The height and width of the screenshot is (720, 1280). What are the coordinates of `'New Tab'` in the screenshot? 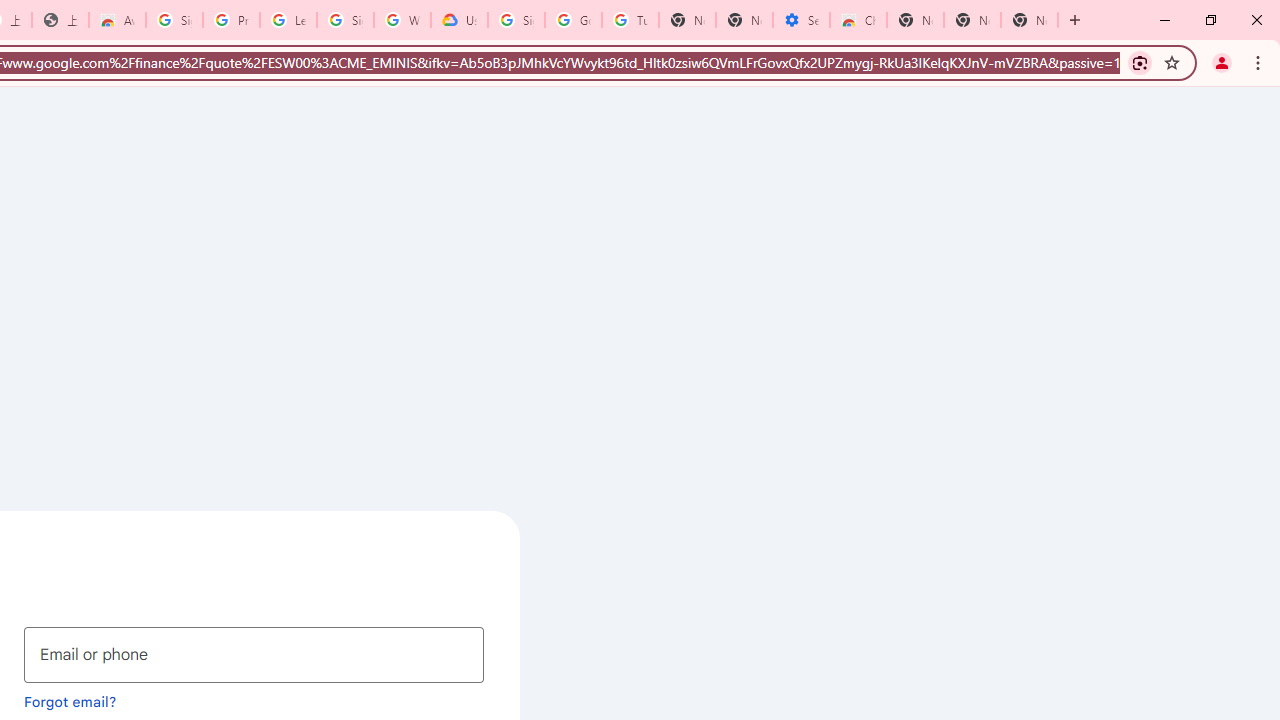 It's located at (1029, 20).